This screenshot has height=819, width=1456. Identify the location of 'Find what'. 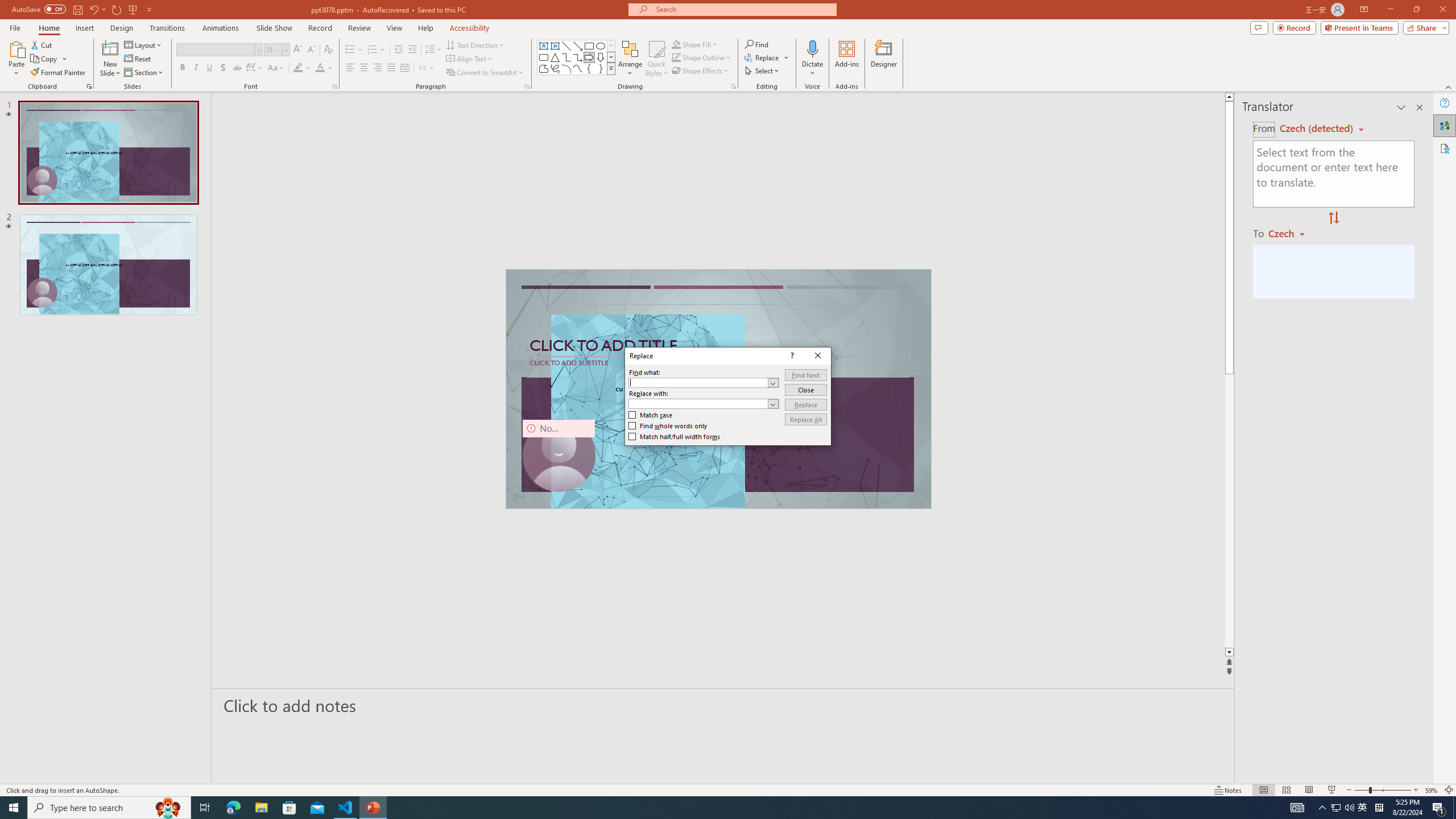
(703, 383).